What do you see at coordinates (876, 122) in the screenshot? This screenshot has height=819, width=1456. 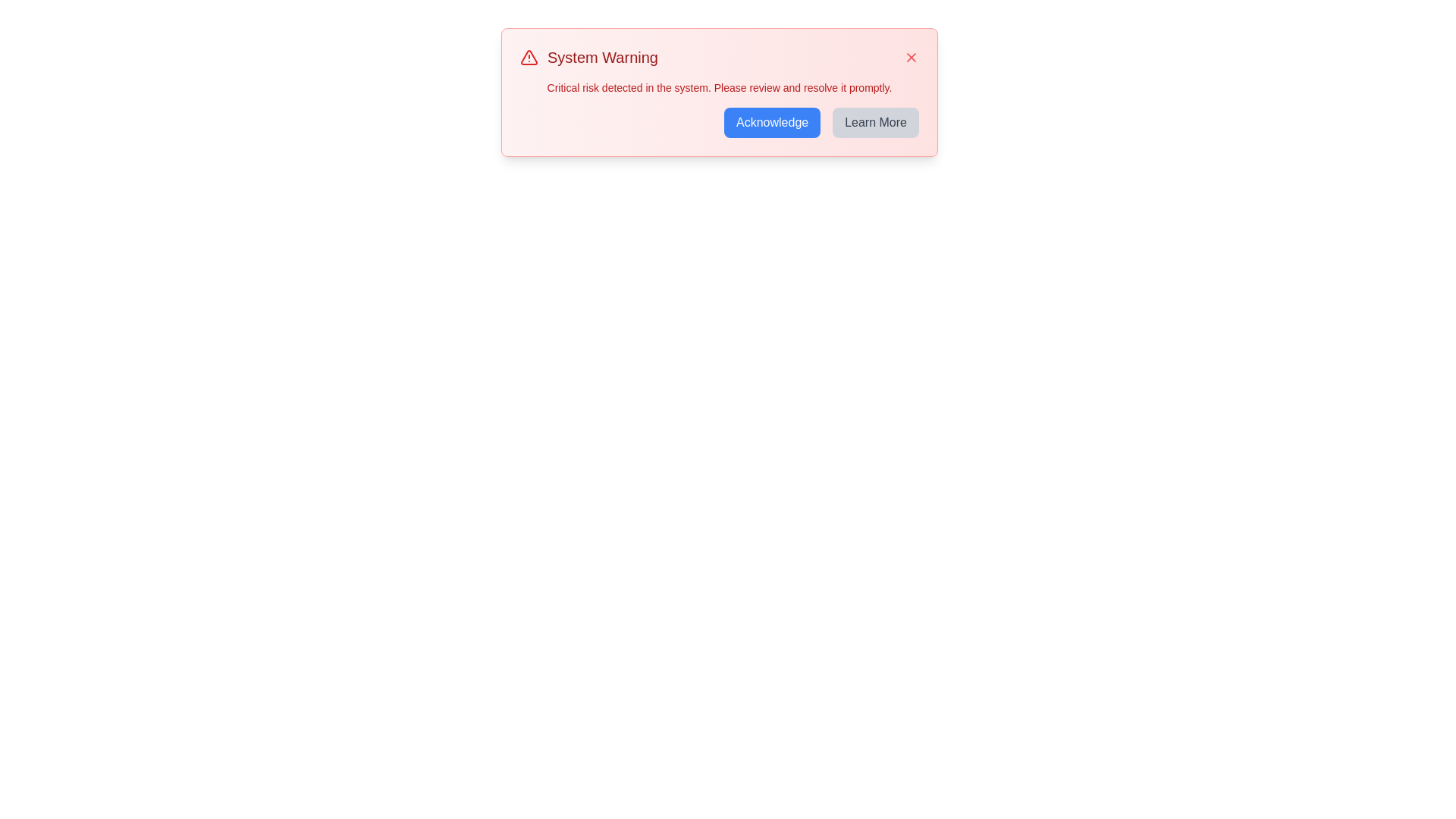 I see `'Learn More' button to gather additional information about the issue` at bounding box center [876, 122].